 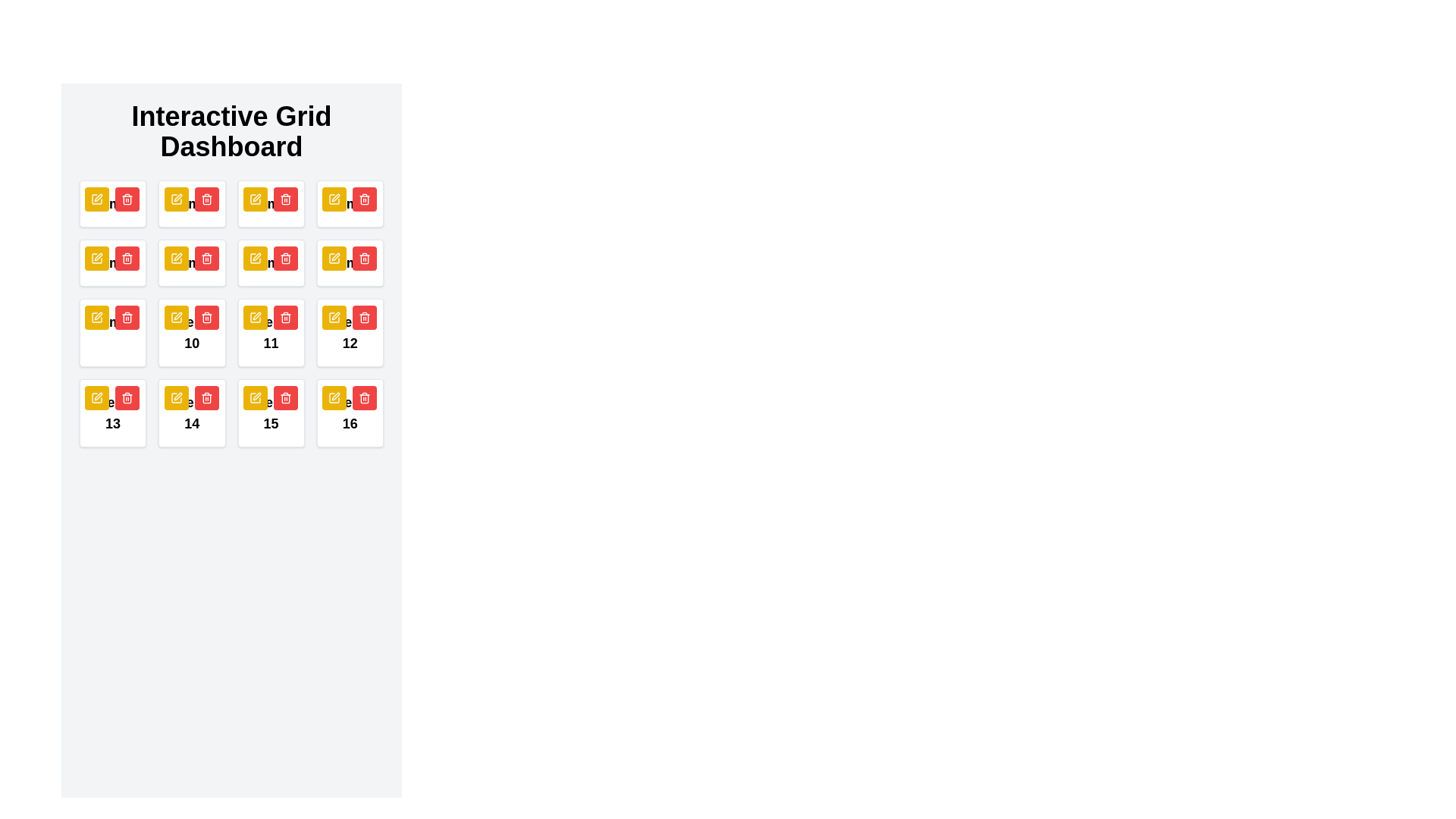 What do you see at coordinates (285, 317) in the screenshot?
I see `the trash icon located in the fourth row and third column of the grid layout, which serves as a delete button within a red button on a white card` at bounding box center [285, 317].